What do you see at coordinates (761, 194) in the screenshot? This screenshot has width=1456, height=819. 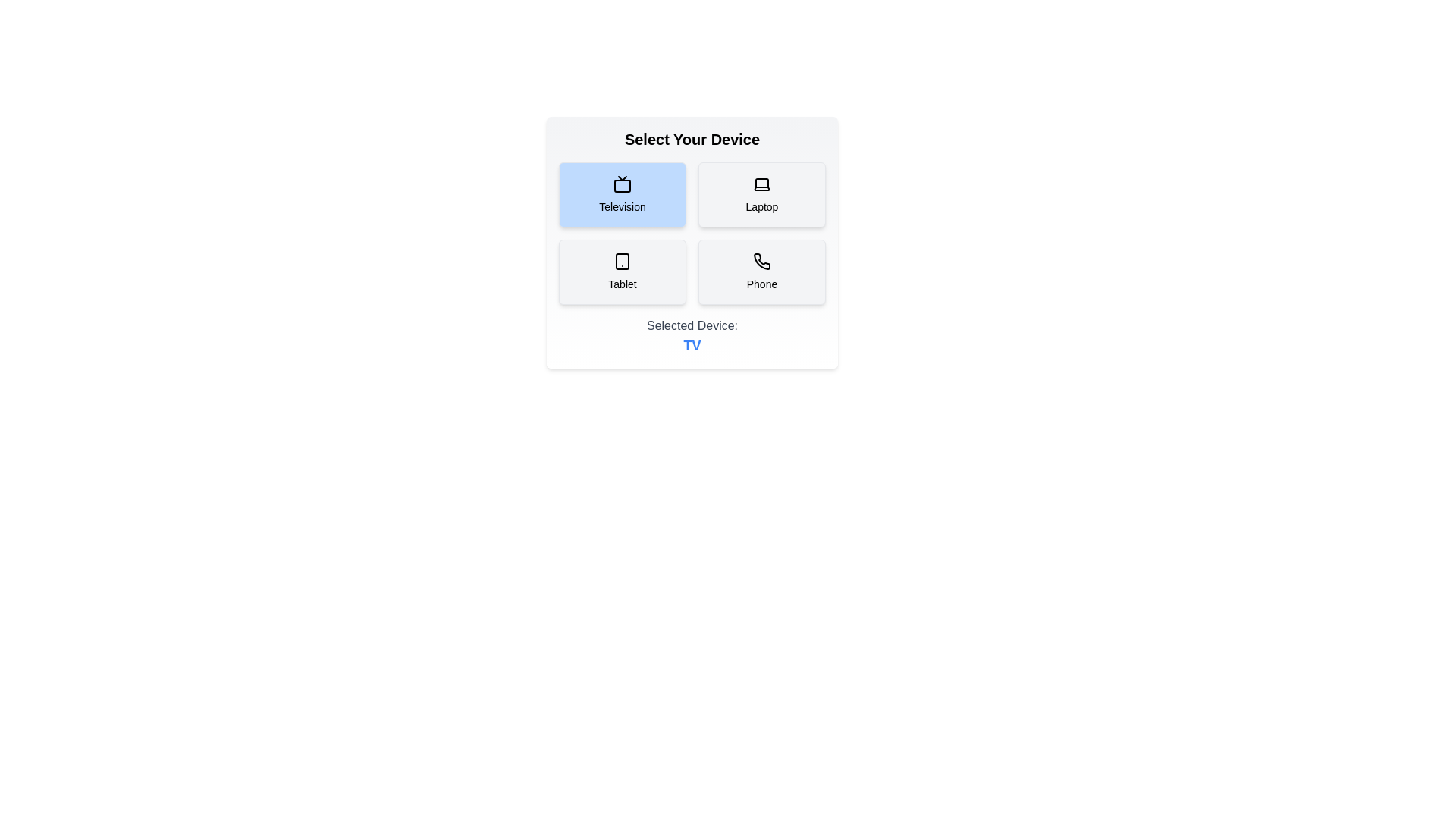 I see `the button labeled Laptop to observe its visual effect` at bounding box center [761, 194].